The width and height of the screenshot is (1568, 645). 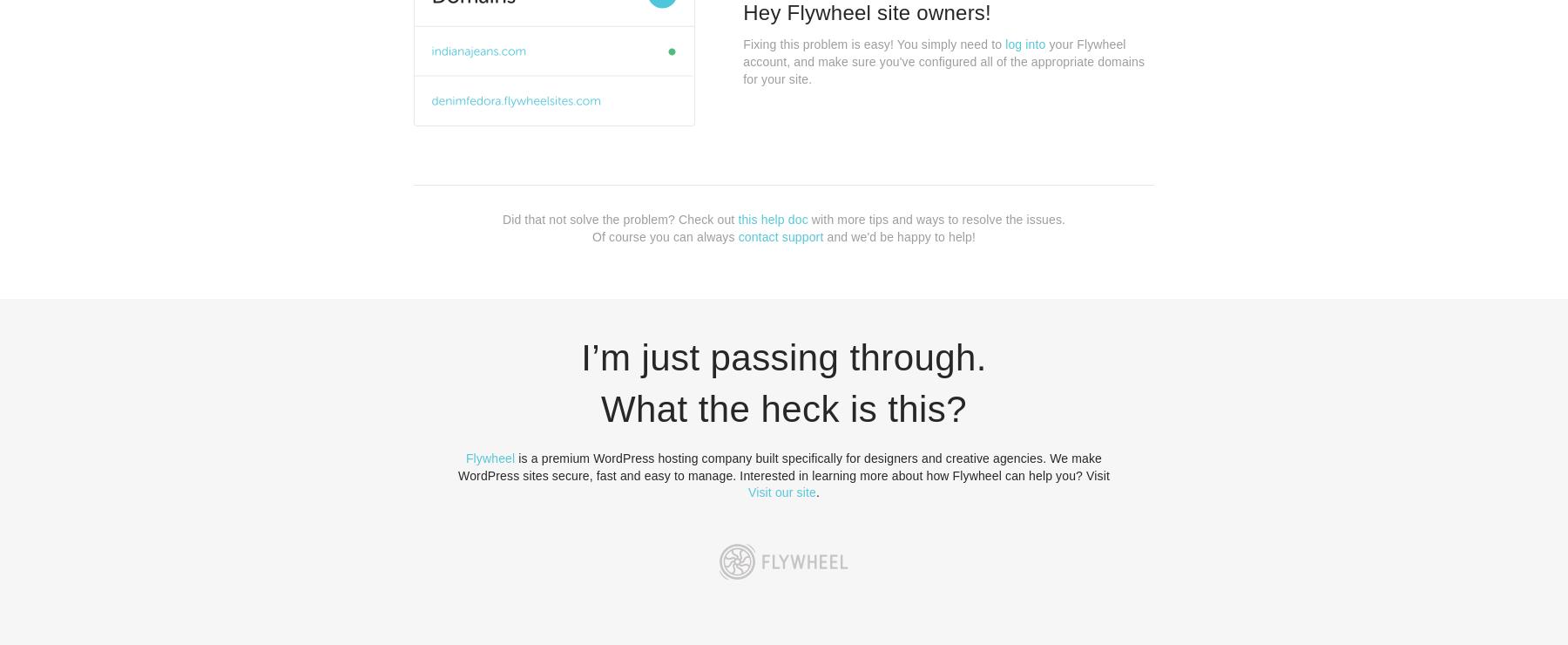 I want to click on 'contact support', so click(x=781, y=234).